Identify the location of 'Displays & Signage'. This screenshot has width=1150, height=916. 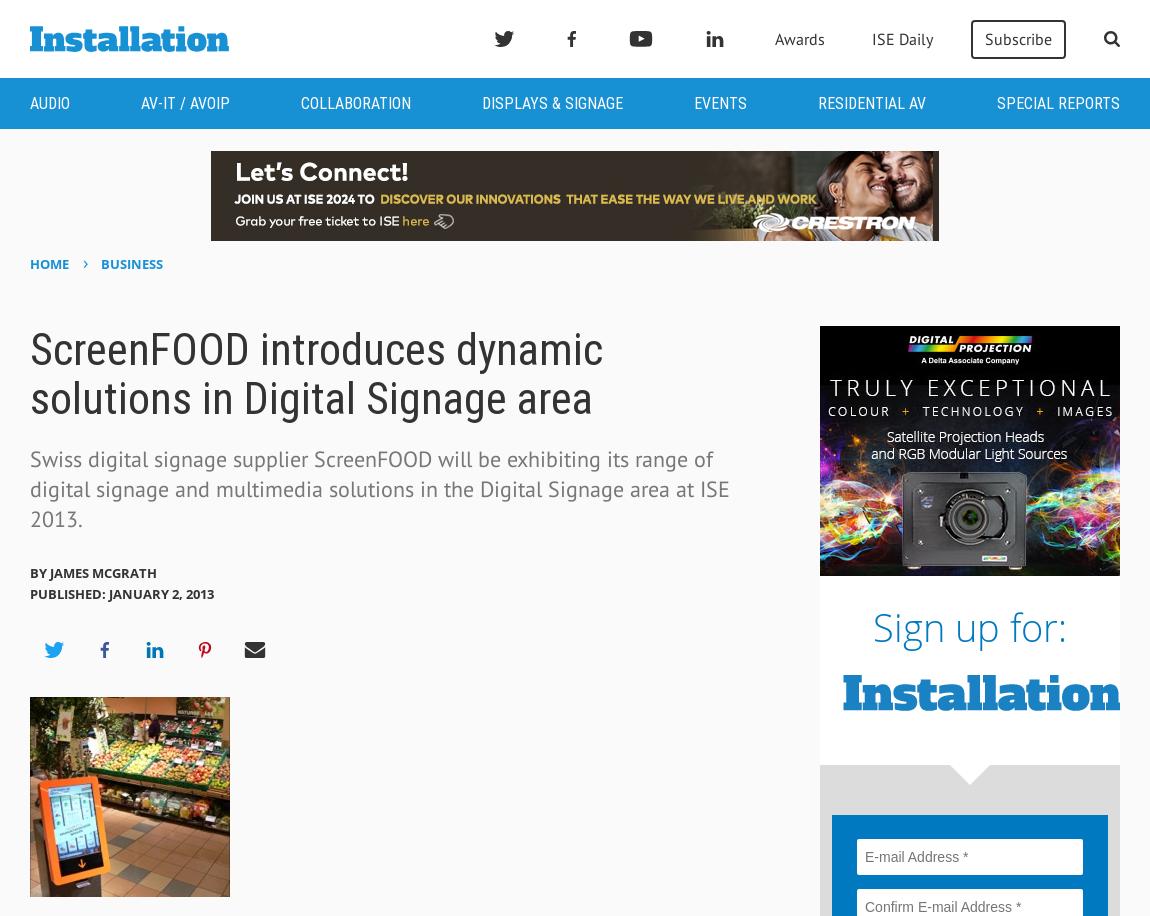
(551, 102).